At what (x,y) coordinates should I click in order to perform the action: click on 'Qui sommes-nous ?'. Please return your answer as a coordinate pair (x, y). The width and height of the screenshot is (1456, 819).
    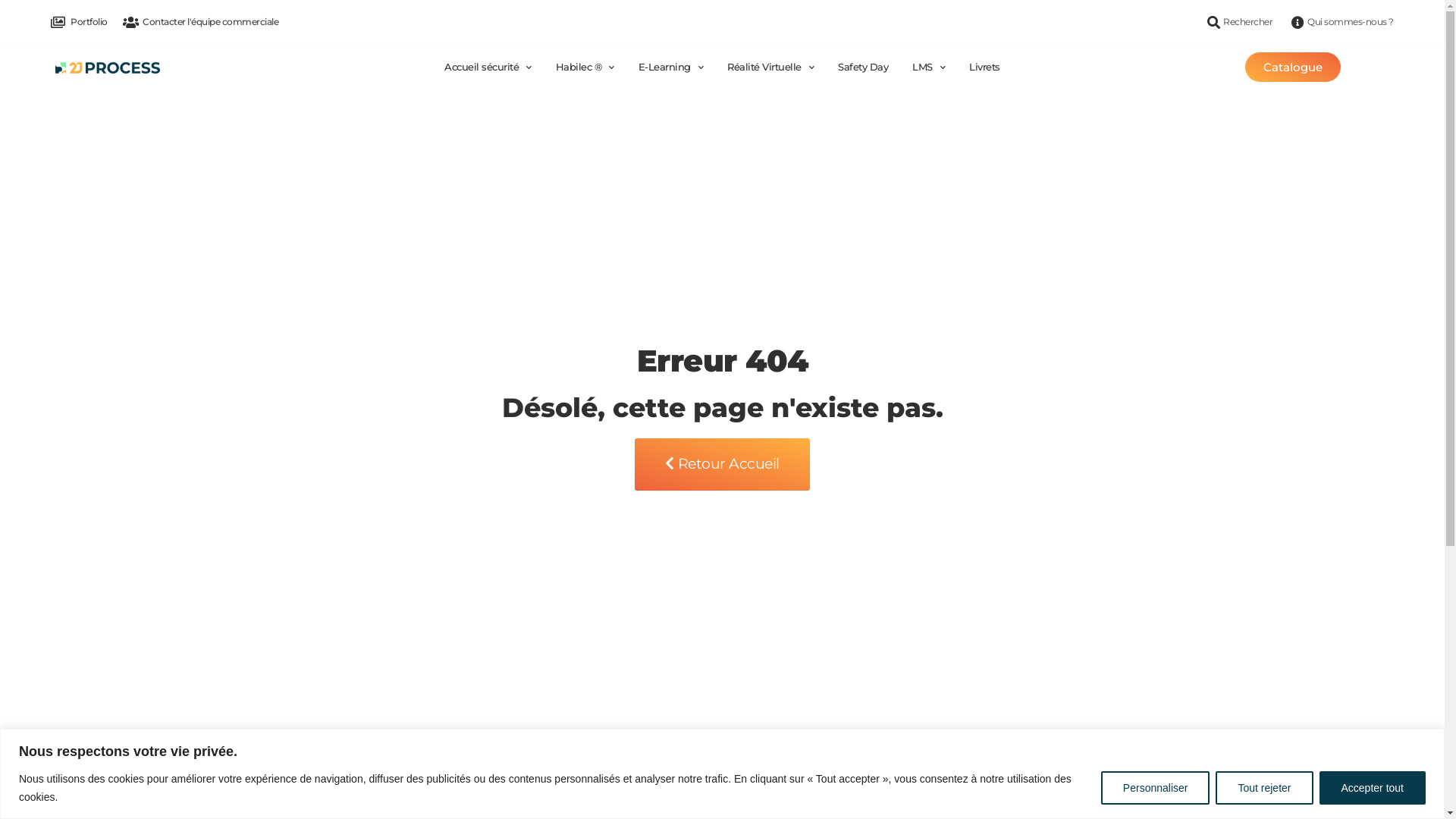
    Looking at the image, I should click on (1340, 22).